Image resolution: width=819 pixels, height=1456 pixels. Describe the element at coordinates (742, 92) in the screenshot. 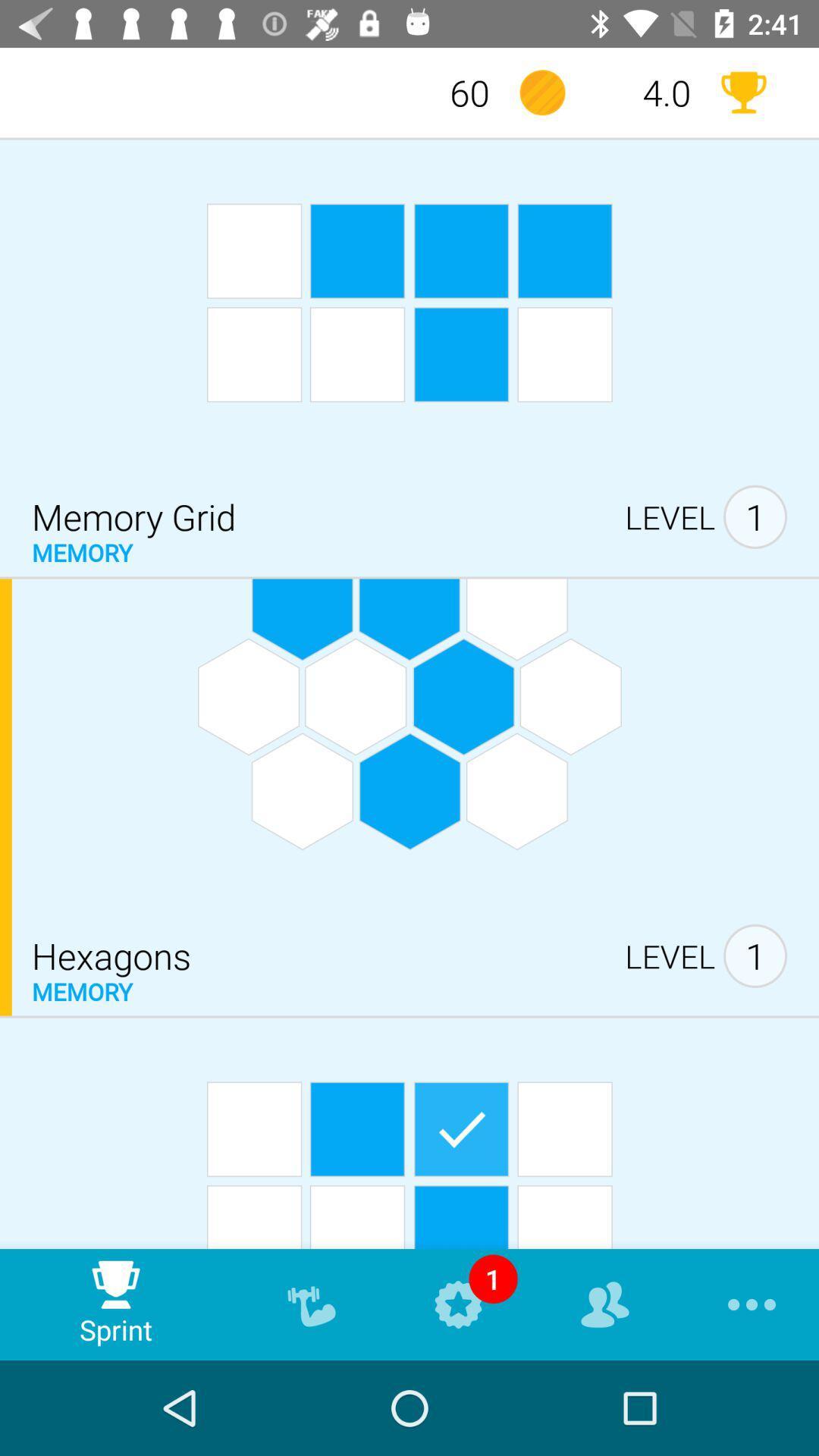

I see `my trophies` at that location.